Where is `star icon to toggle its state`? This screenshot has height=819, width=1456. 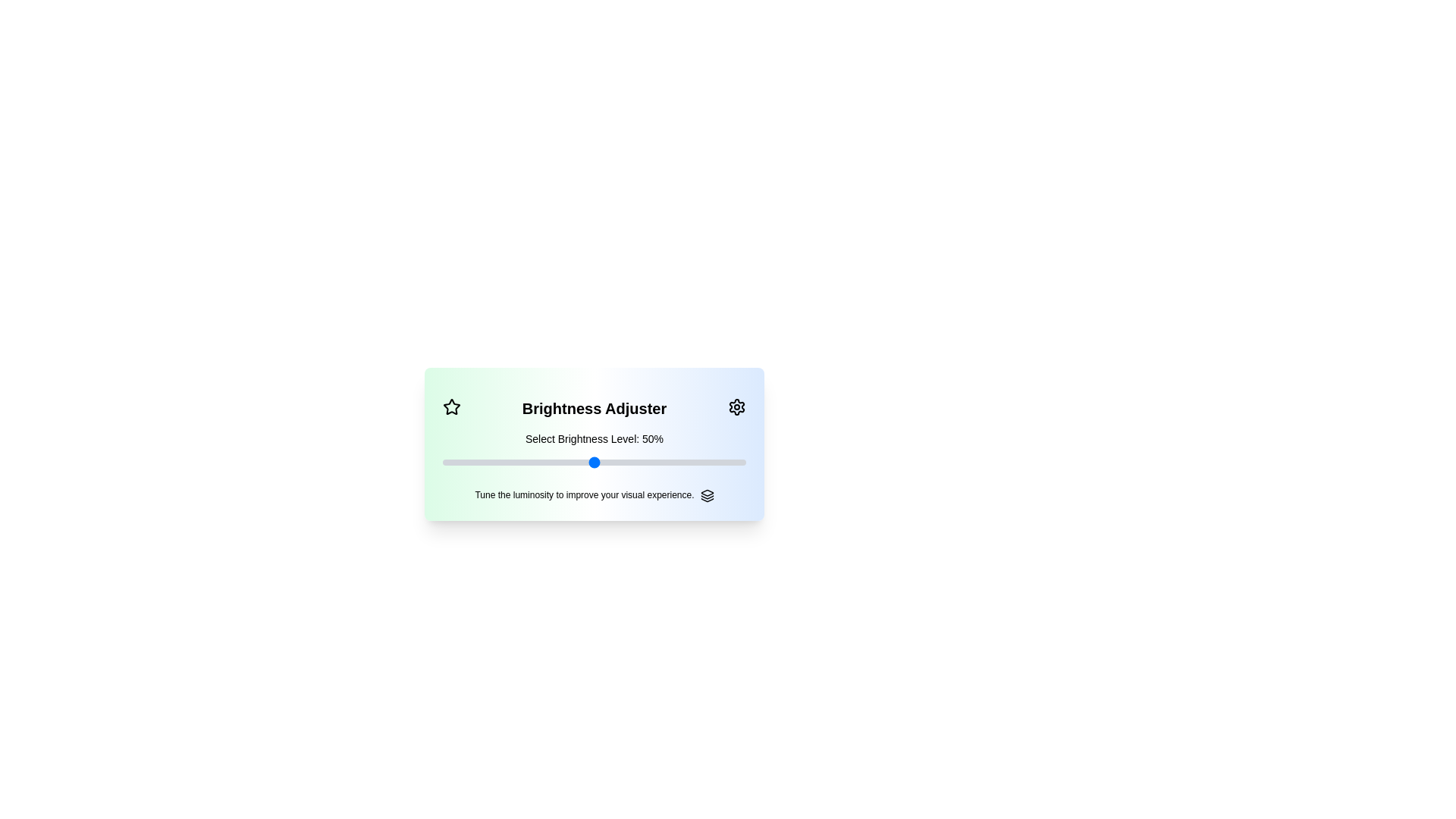 star icon to toggle its state is located at coordinates (450, 406).